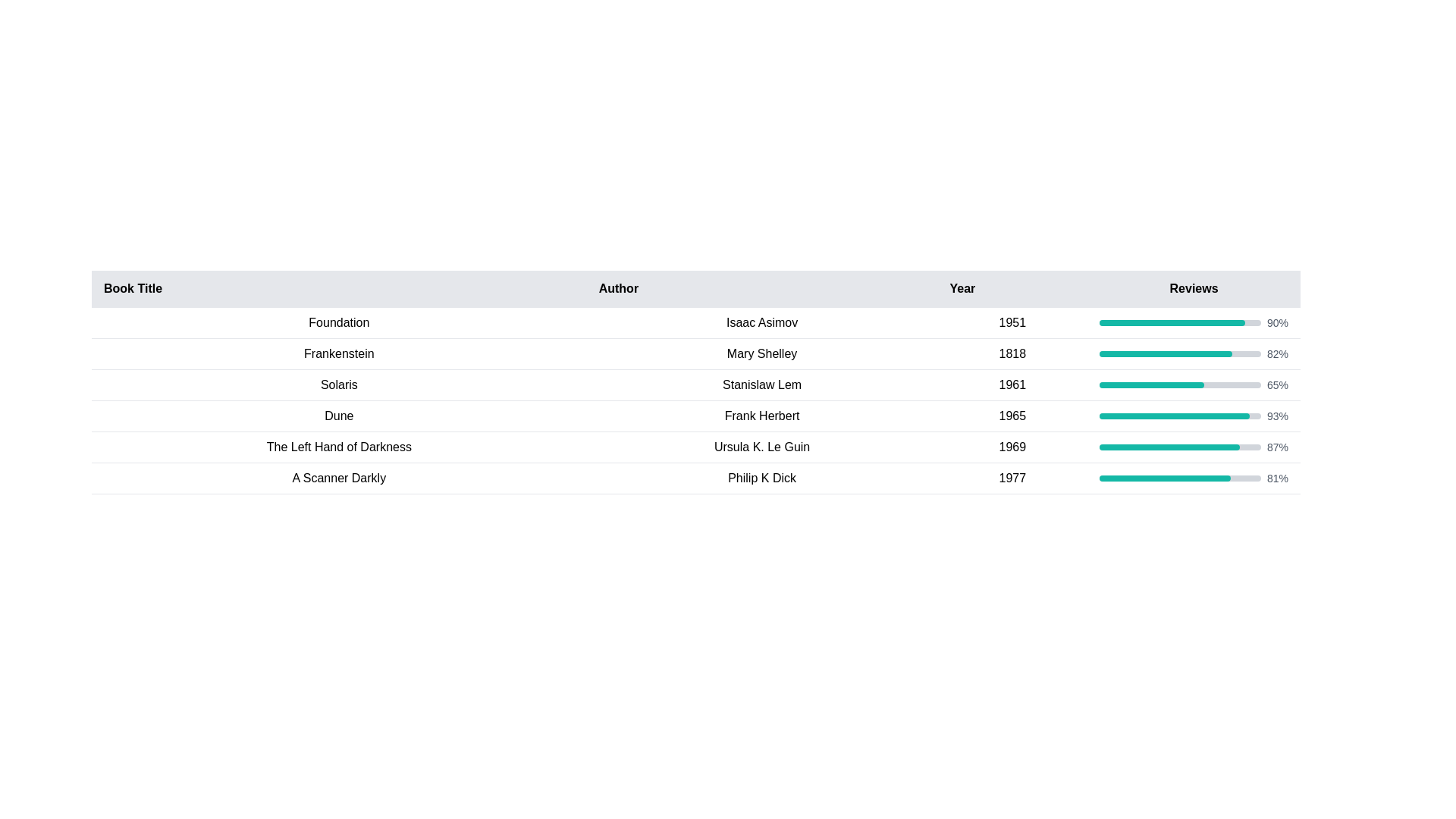 This screenshot has width=1456, height=819. Describe the element at coordinates (1193, 479) in the screenshot. I see `the Rating indicator with the text '81%' which is a progress bar styled in teal and gray tones, located in the 'Reviews' column of the table for the book 'A Scanner Darkly'` at that location.